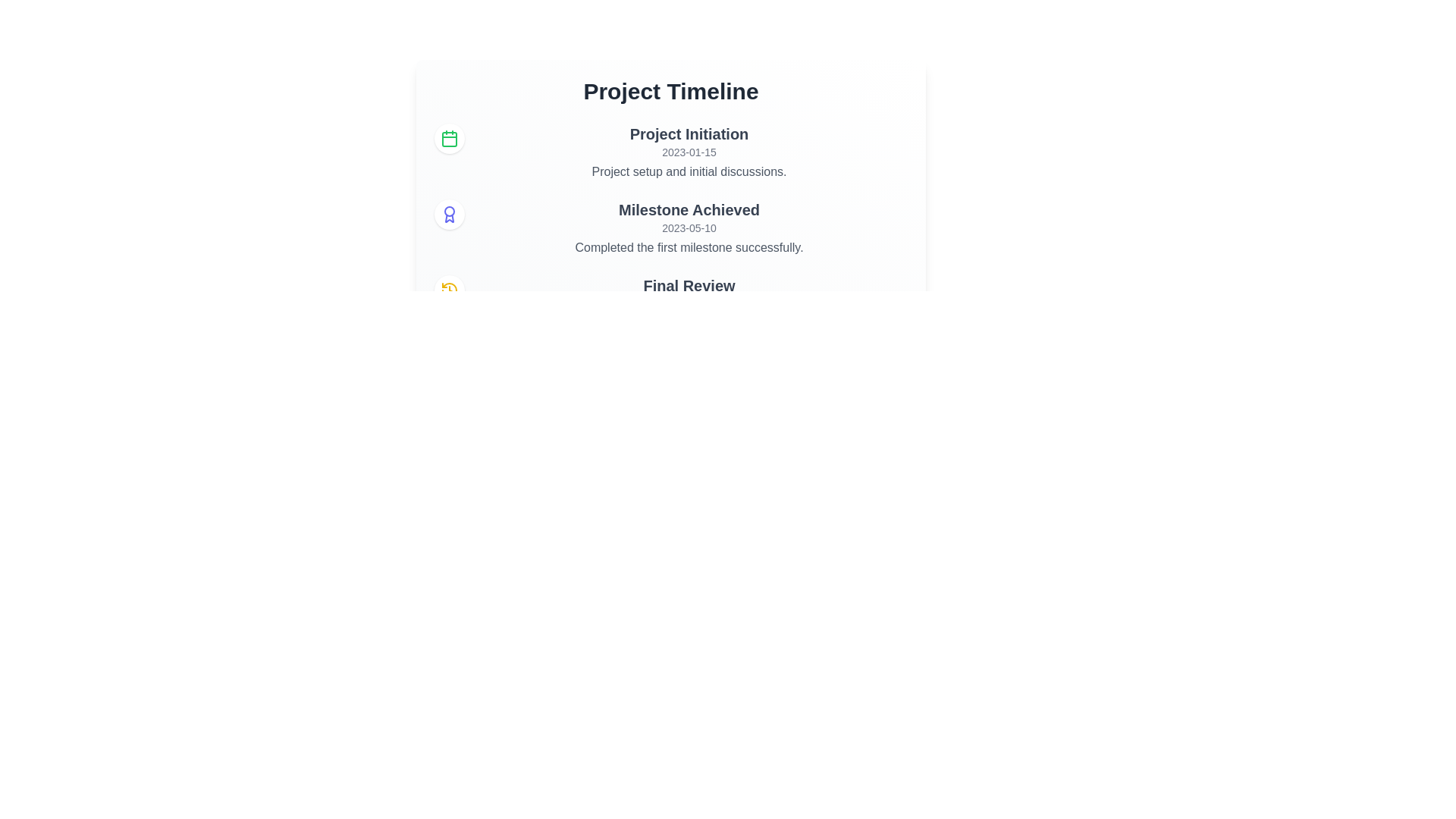  I want to click on the icon representing the event 'Project Initiation', so click(449, 138).